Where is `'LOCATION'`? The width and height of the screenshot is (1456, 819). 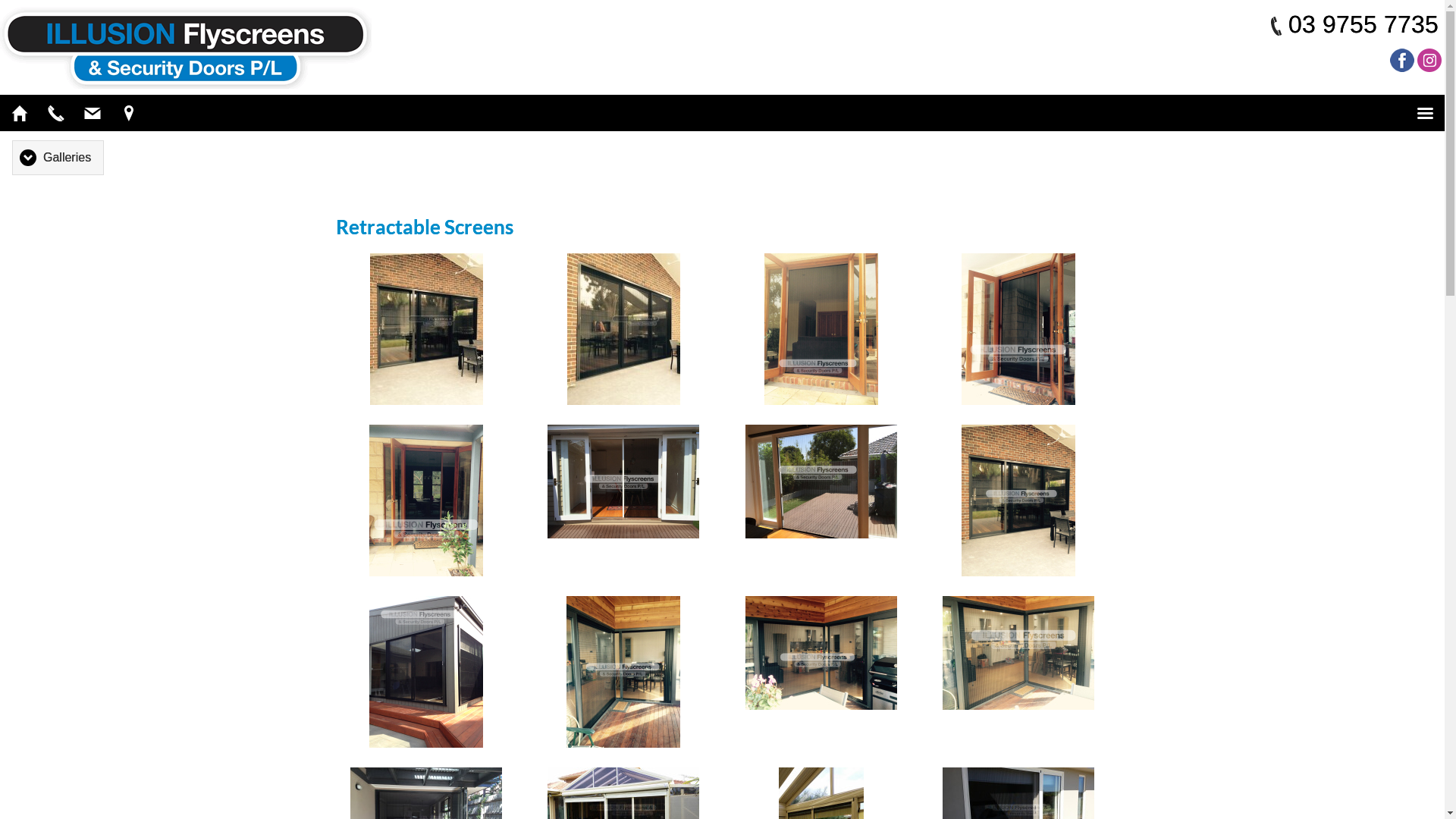
'LOCATION' is located at coordinates (128, 112).